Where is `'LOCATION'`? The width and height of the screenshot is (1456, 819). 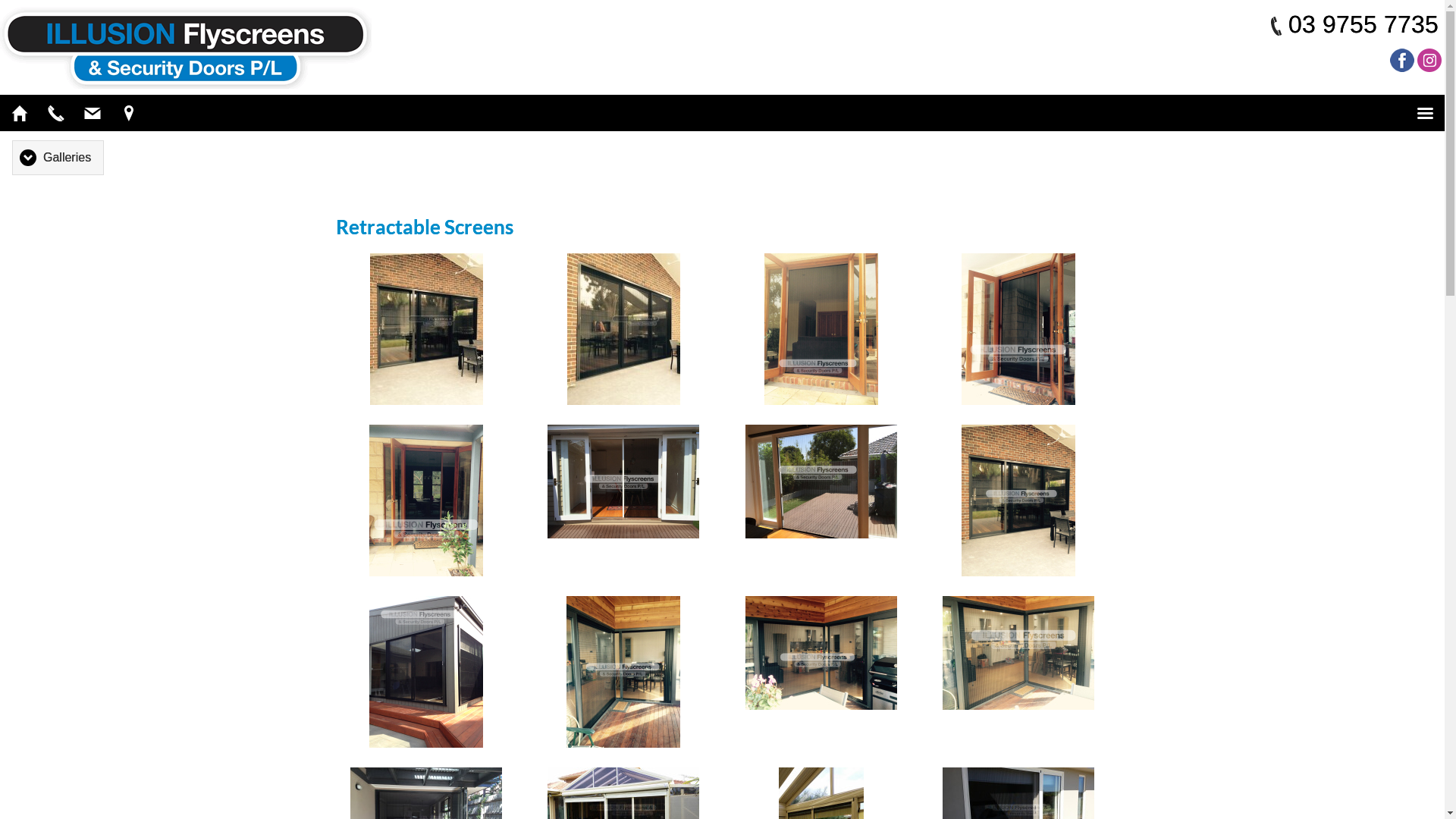
'LOCATION' is located at coordinates (128, 112).